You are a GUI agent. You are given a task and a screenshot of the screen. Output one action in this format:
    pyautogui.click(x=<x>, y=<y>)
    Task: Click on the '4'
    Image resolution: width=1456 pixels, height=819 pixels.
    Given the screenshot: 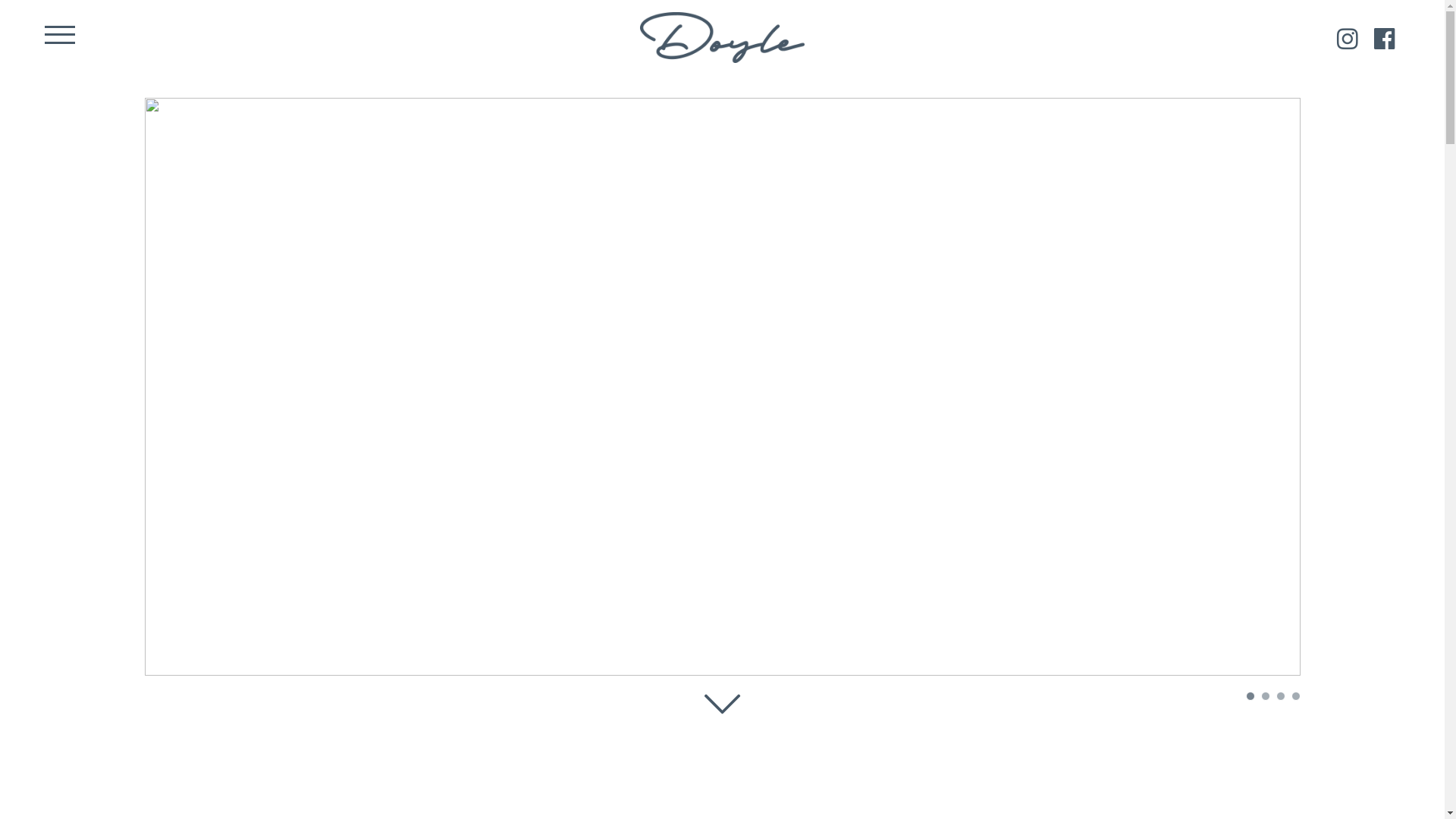 What is the action you would take?
    pyautogui.click(x=1291, y=696)
    